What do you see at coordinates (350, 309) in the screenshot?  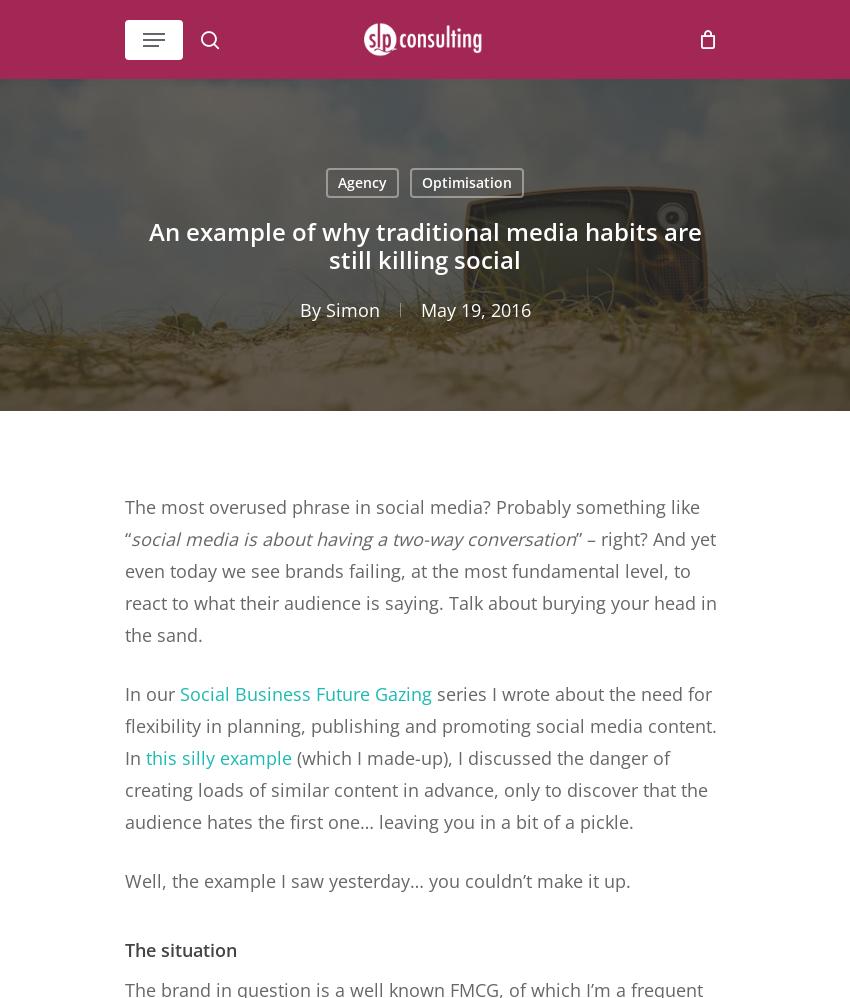 I see `'Simon'` at bounding box center [350, 309].